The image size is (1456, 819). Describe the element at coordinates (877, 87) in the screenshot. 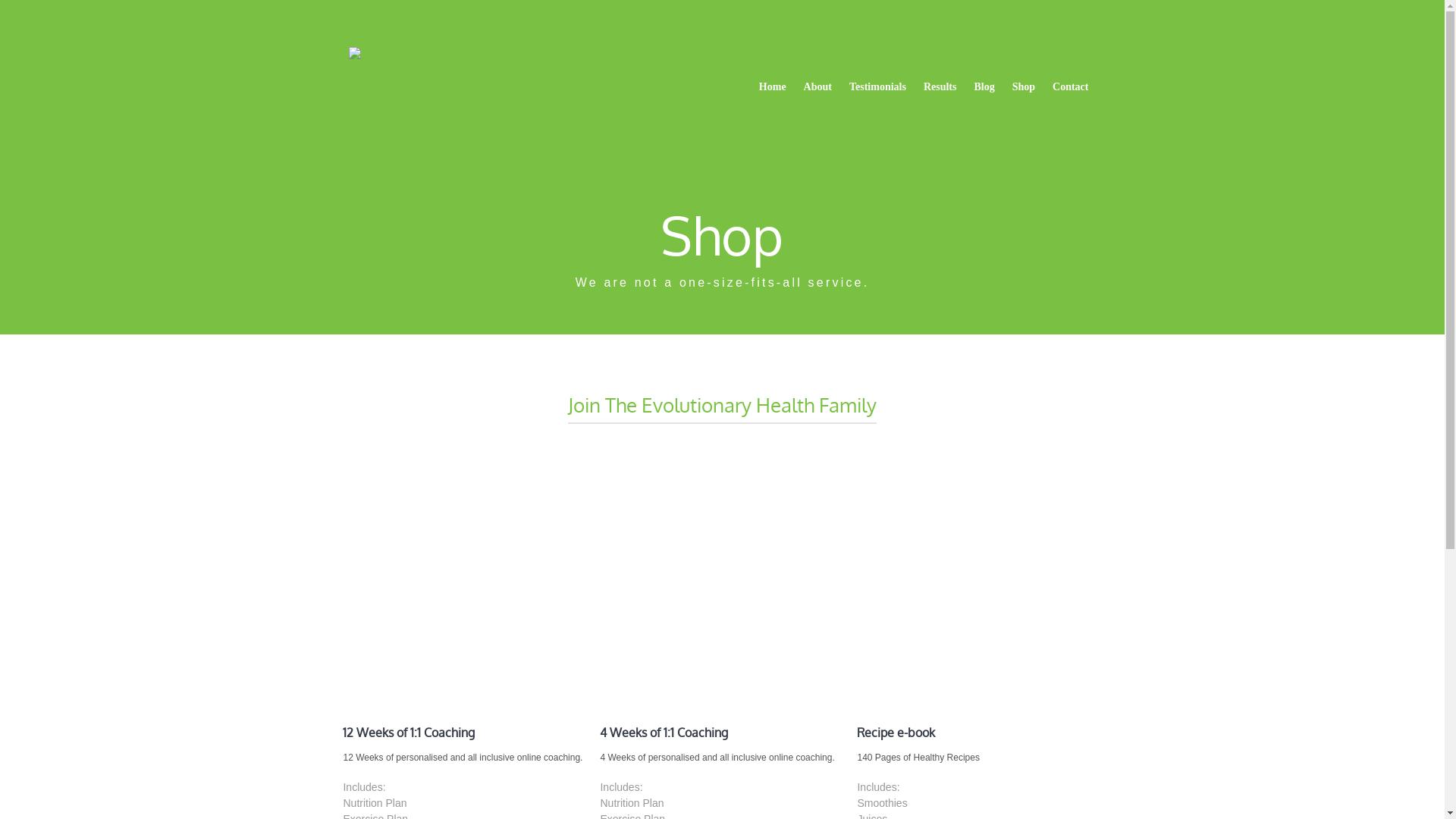

I see `'Testimonials'` at that location.